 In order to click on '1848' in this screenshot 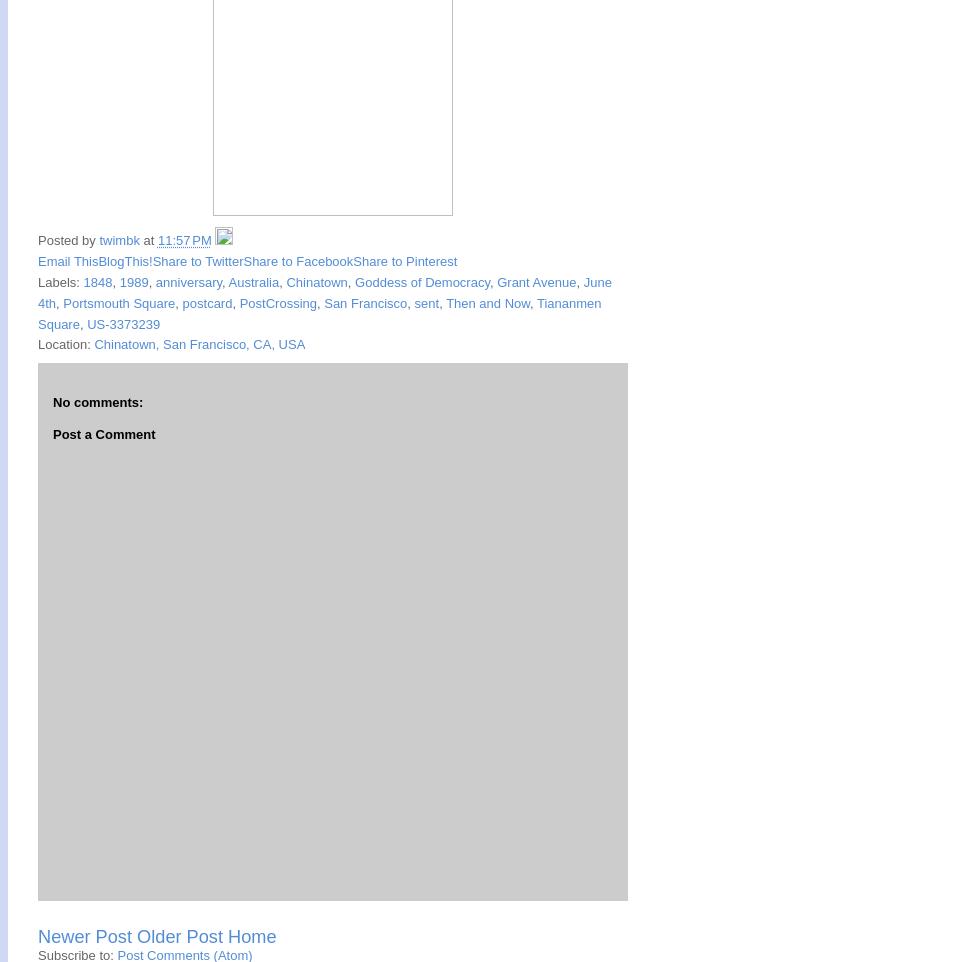, I will do `click(97, 282)`.